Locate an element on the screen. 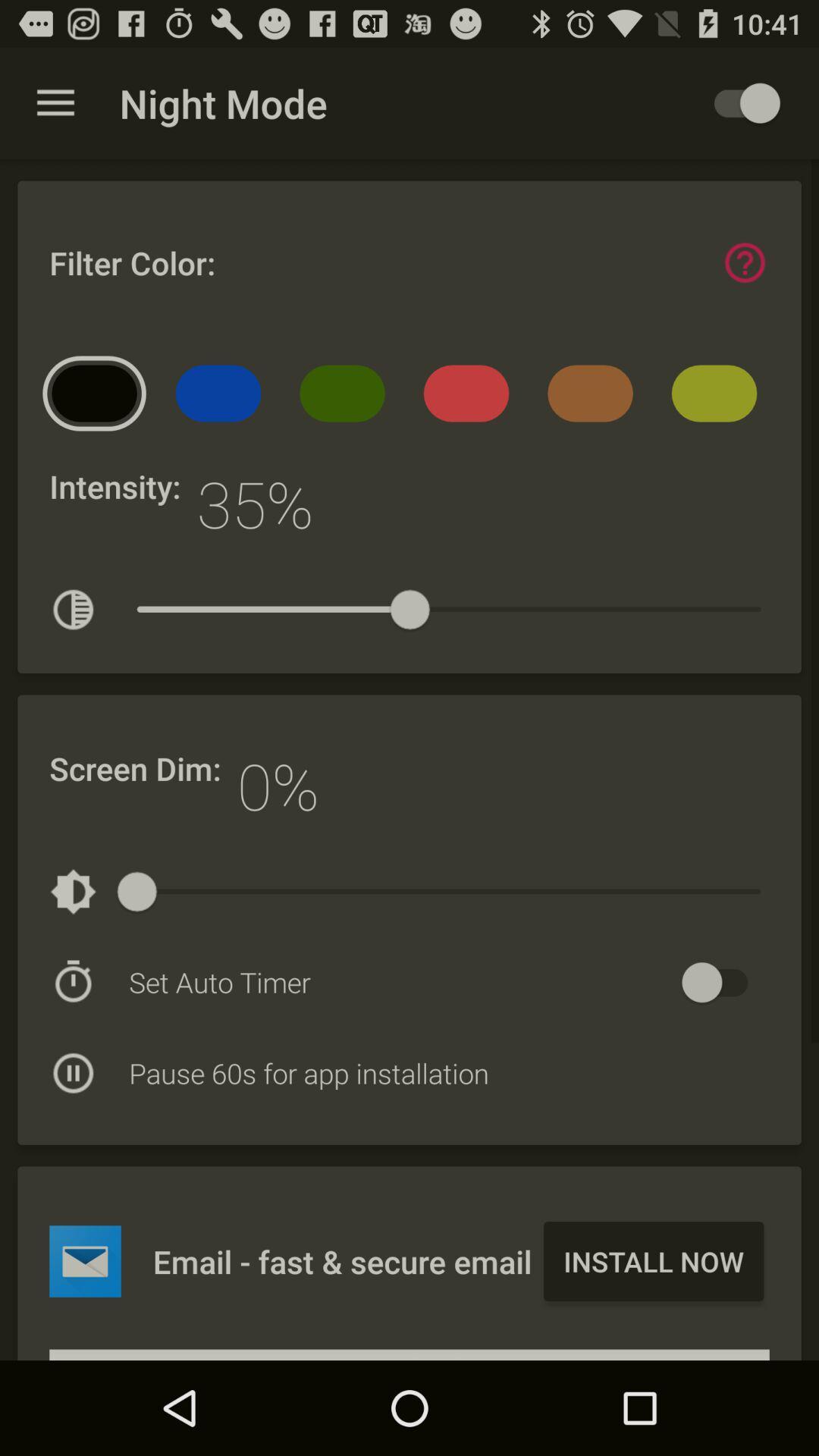 The image size is (819, 1456). off is located at coordinates (721, 982).